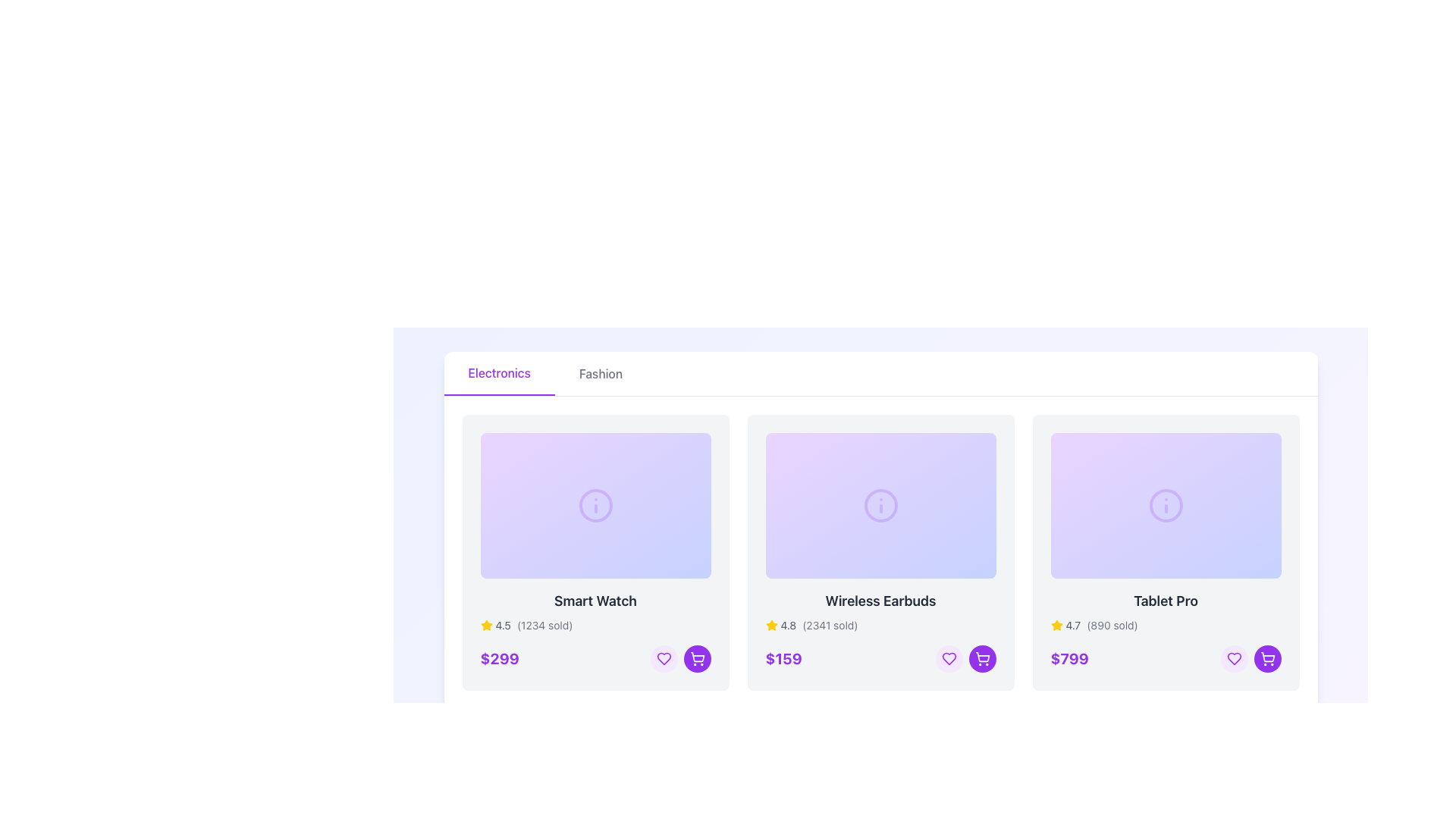 Image resolution: width=1456 pixels, height=819 pixels. What do you see at coordinates (1234, 657) in the screenshot?
I see `the heart-shaped icon filled with purple hue` at bounding box center [1234, 657].